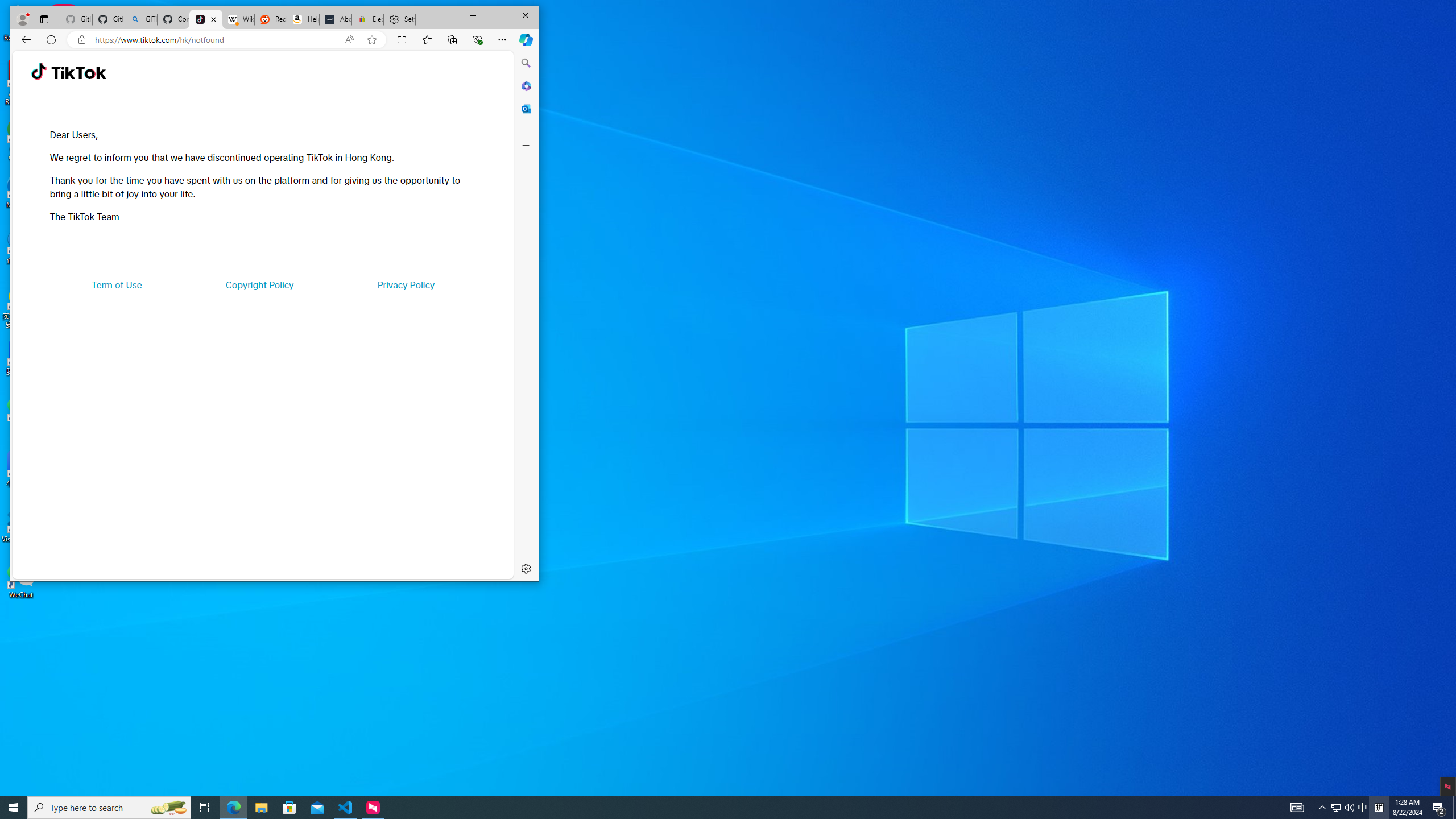 This screenshot has height=819, width=1456. What do you see at coordinates (1342, 806) in the screenshot?
I see `'User Promoted Notification Area'` at bounding box center [1342, 806].